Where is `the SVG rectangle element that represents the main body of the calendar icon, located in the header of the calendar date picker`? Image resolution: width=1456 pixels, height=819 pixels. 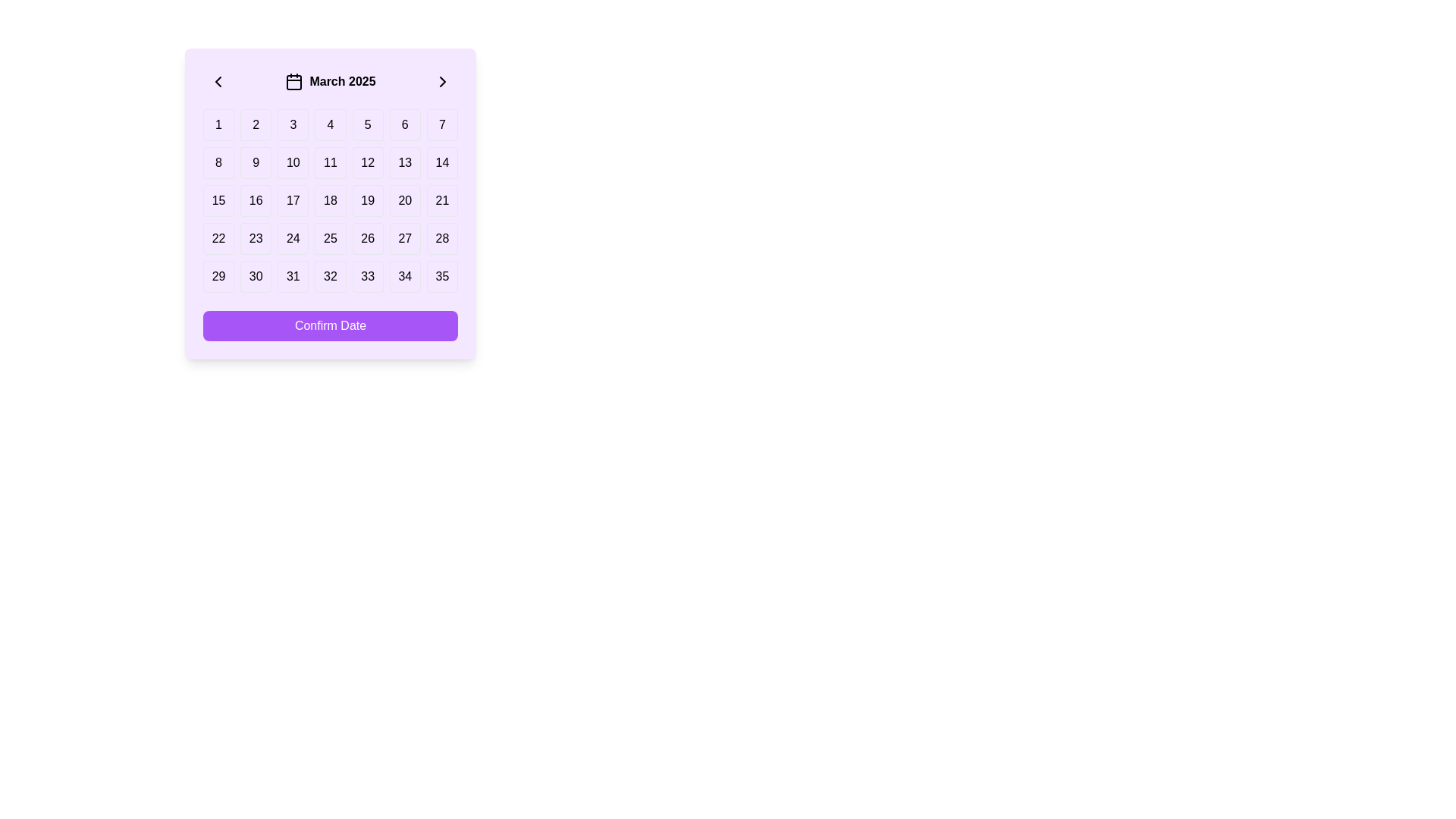
the SVG rectangle element that represents the main body of the calendar icon, located in the header of the calendar date picker is located at coordinates (294, 82).